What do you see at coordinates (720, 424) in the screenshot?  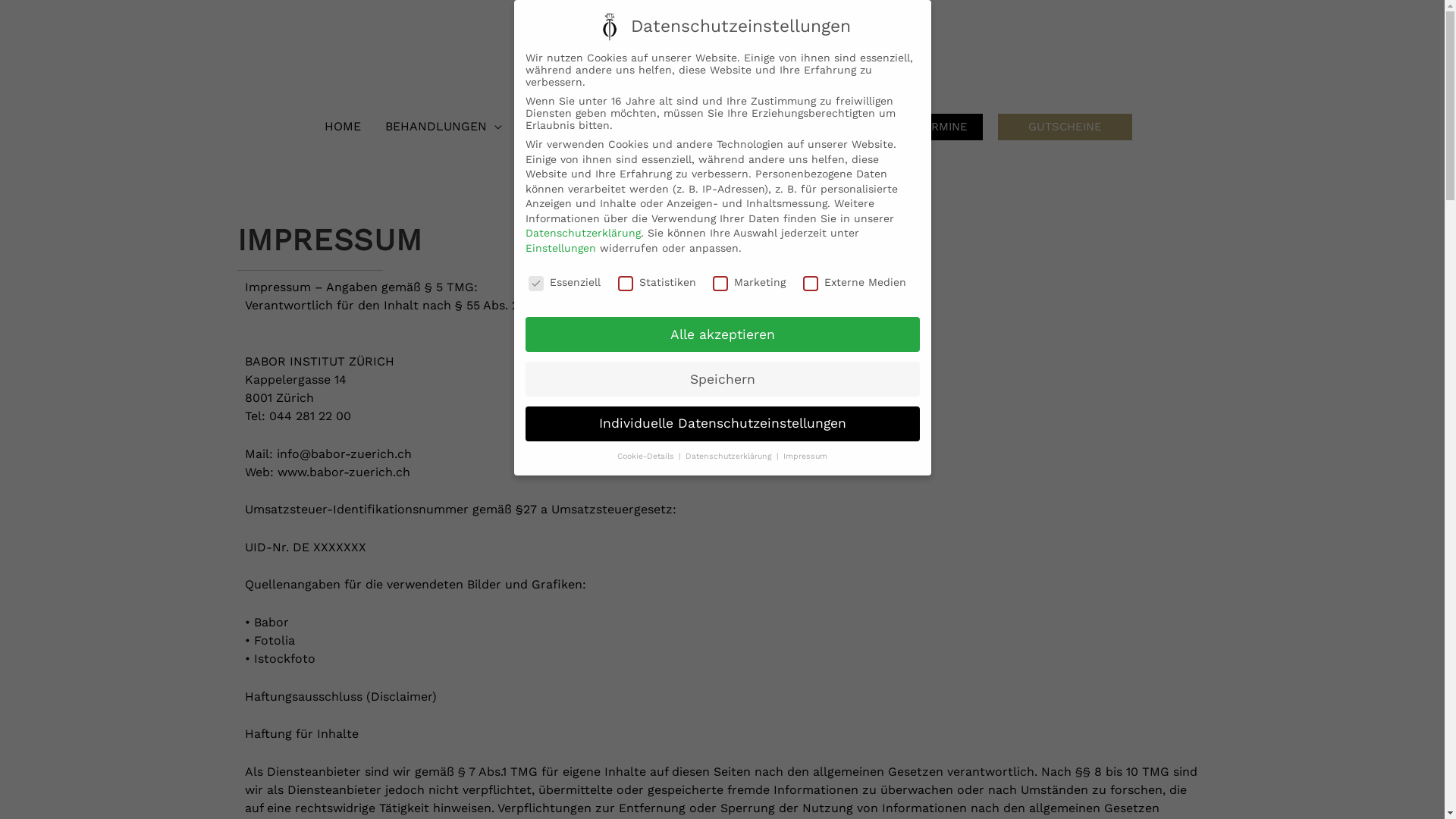 I see `'Individuelle Datenschutzeinstellungen'` at bounding box center [720, 424].